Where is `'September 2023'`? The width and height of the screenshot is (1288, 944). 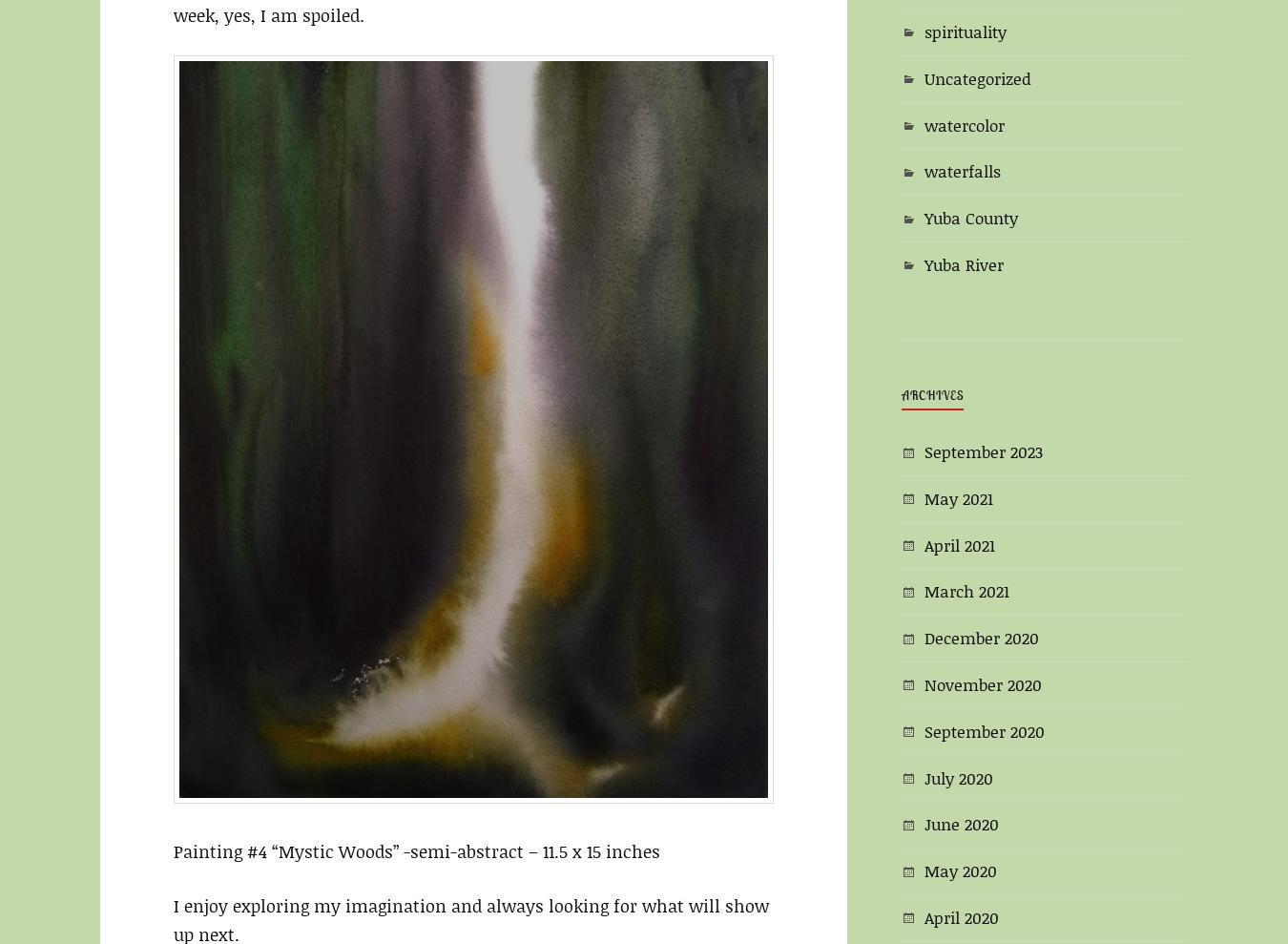 'September 2023' is located at coordinates (983, 451).